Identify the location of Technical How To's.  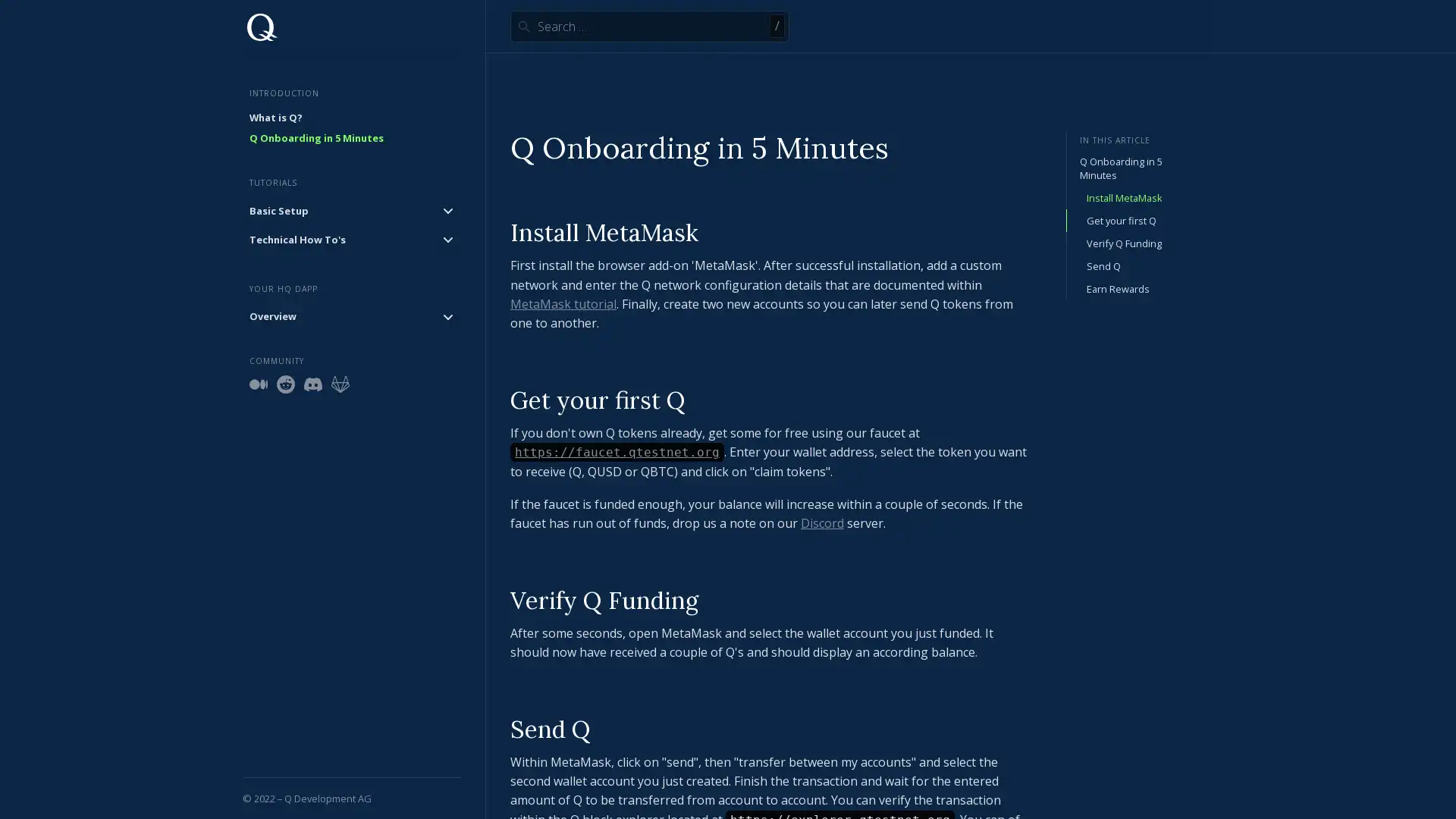
(351, 239).